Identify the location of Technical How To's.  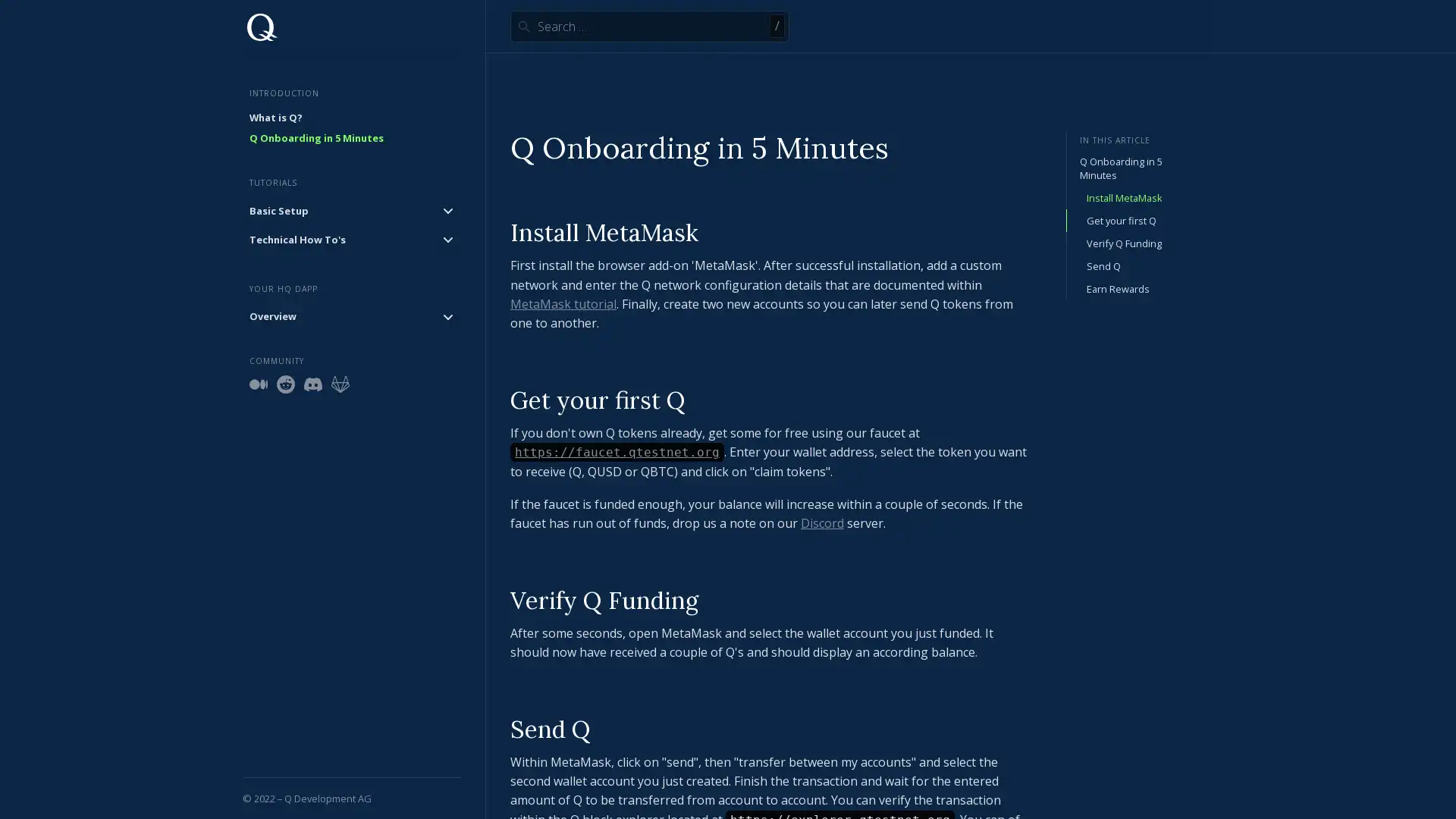
(351, 239).